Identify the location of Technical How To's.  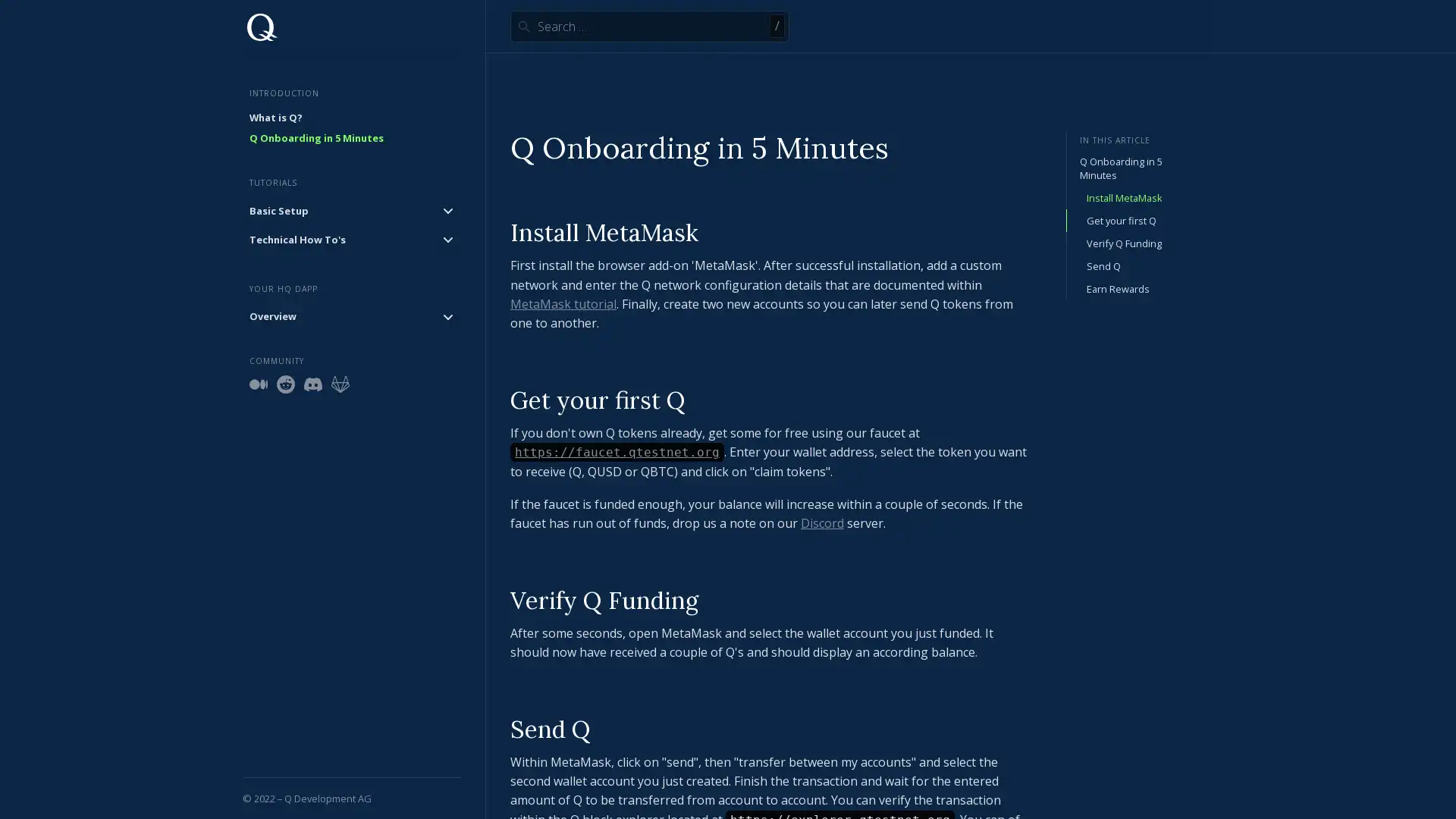
(351, 239).